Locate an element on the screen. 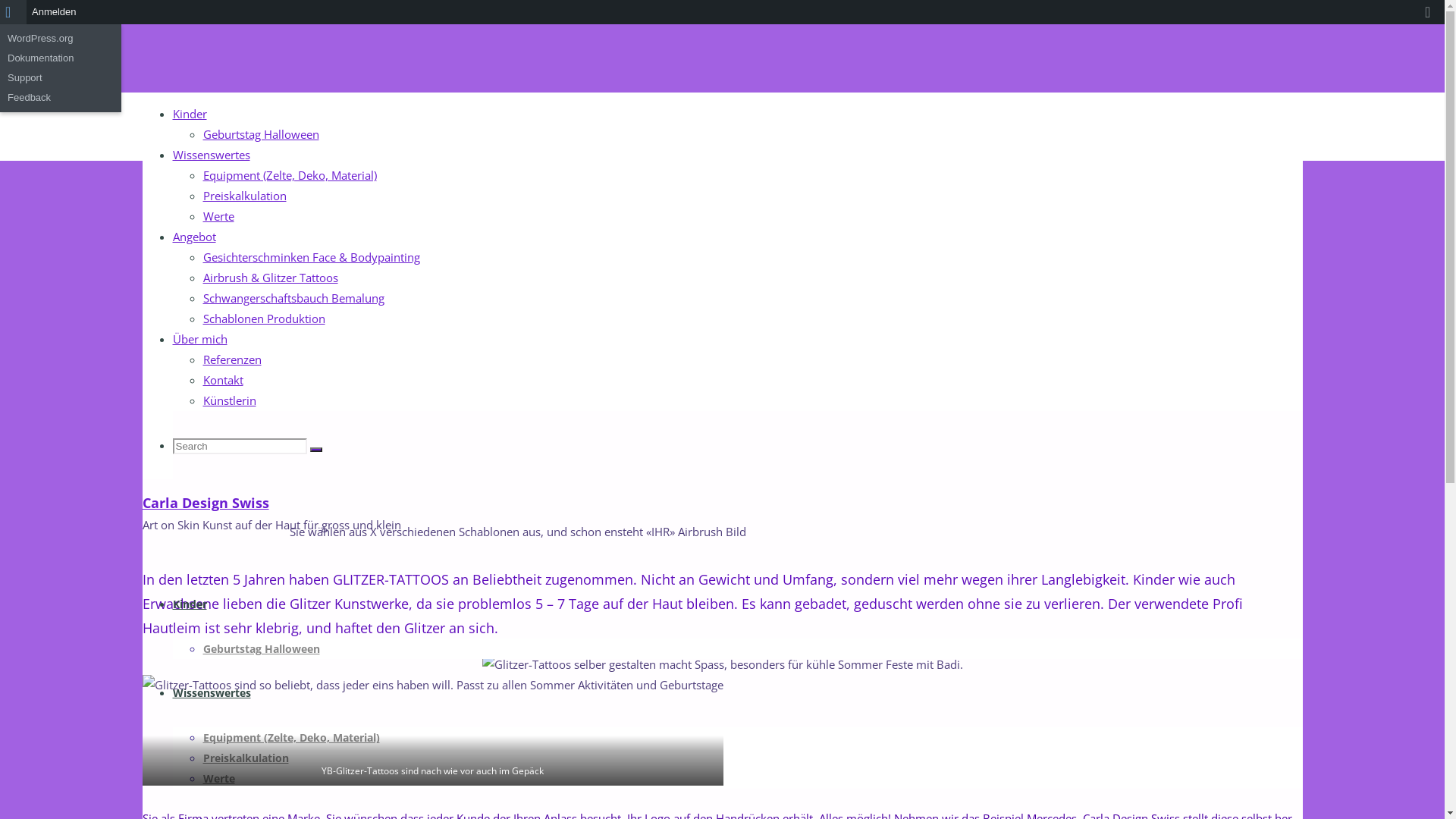 The width and height of the screenshot is (1456, 819). 'Equipment (Zelte, Deko, Material)' is located at coordinates (291, 736).